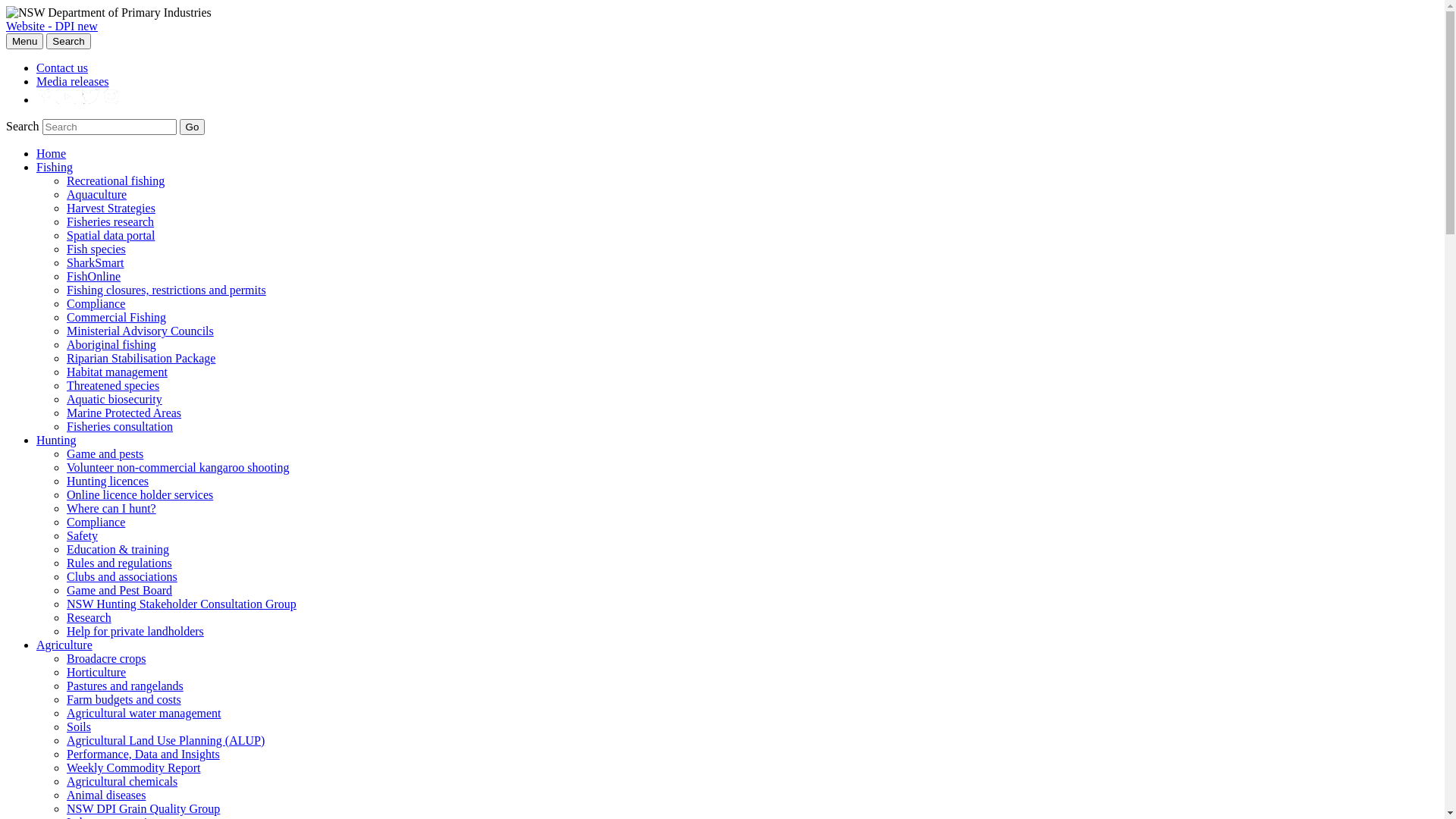  I want to click on 'Threatened species', so click(111, 384).